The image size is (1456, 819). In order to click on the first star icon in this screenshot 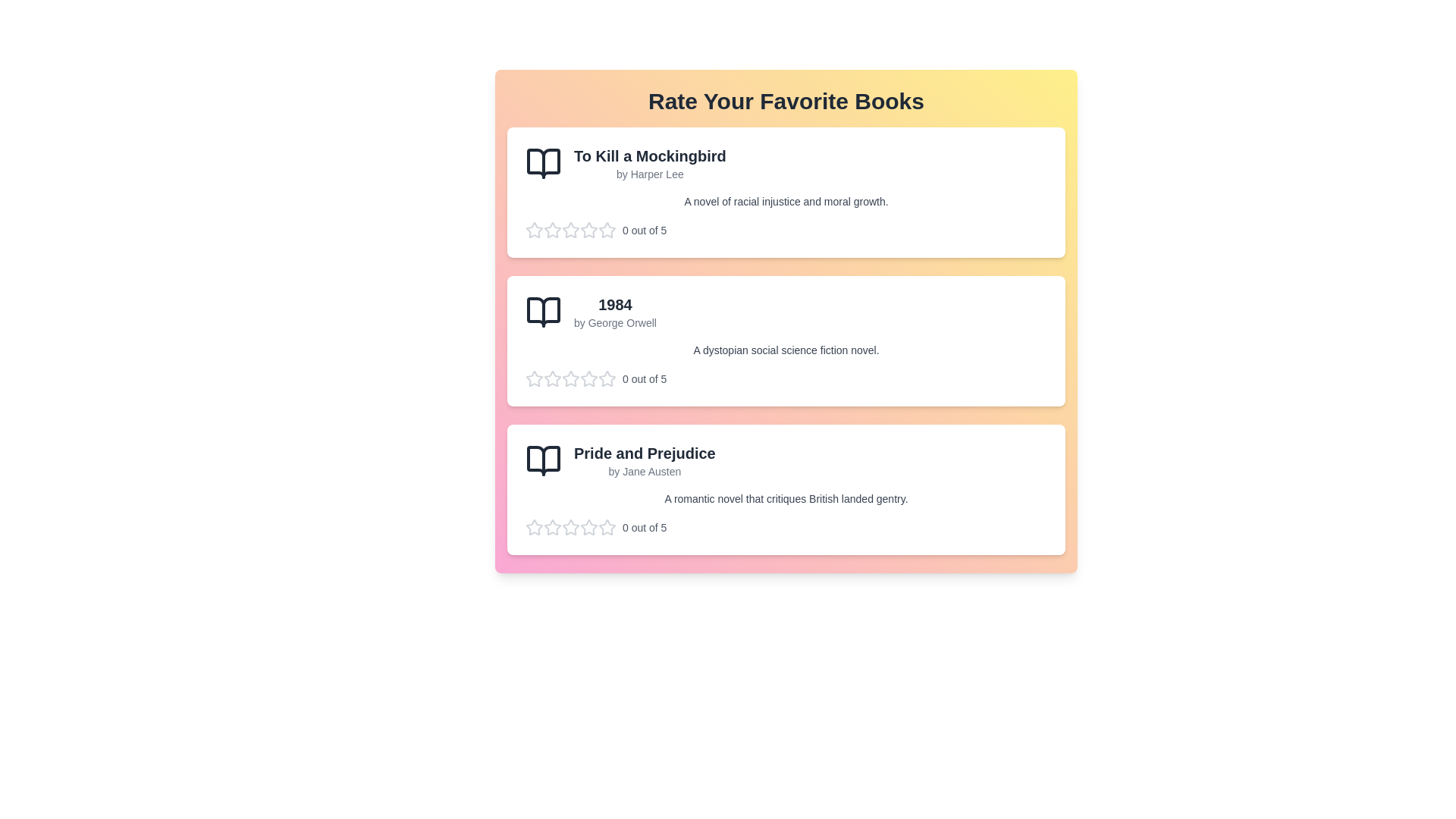, I will do `click(607, 526)`.